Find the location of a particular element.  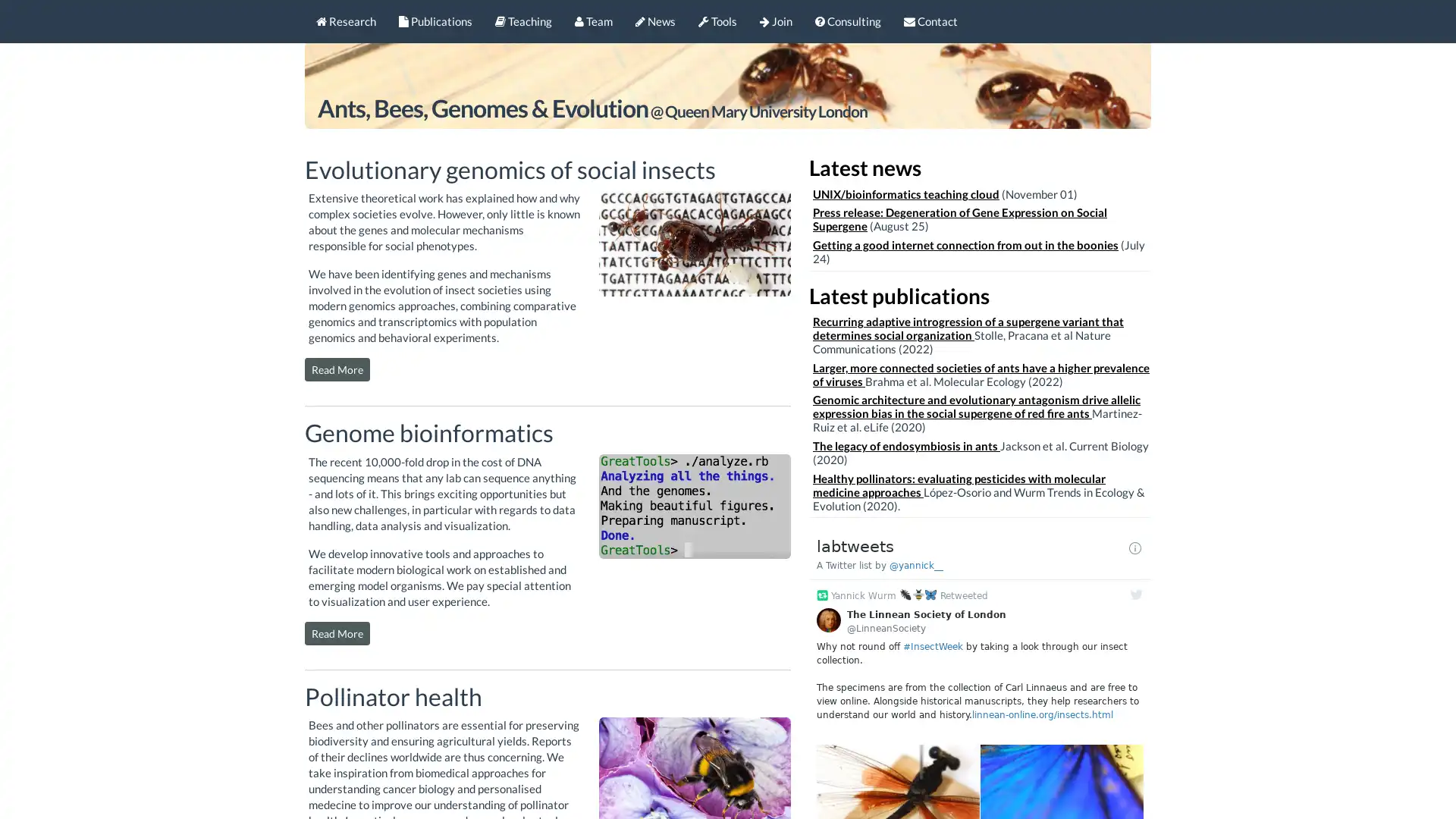

Read More is located at coordinates (337, 369).